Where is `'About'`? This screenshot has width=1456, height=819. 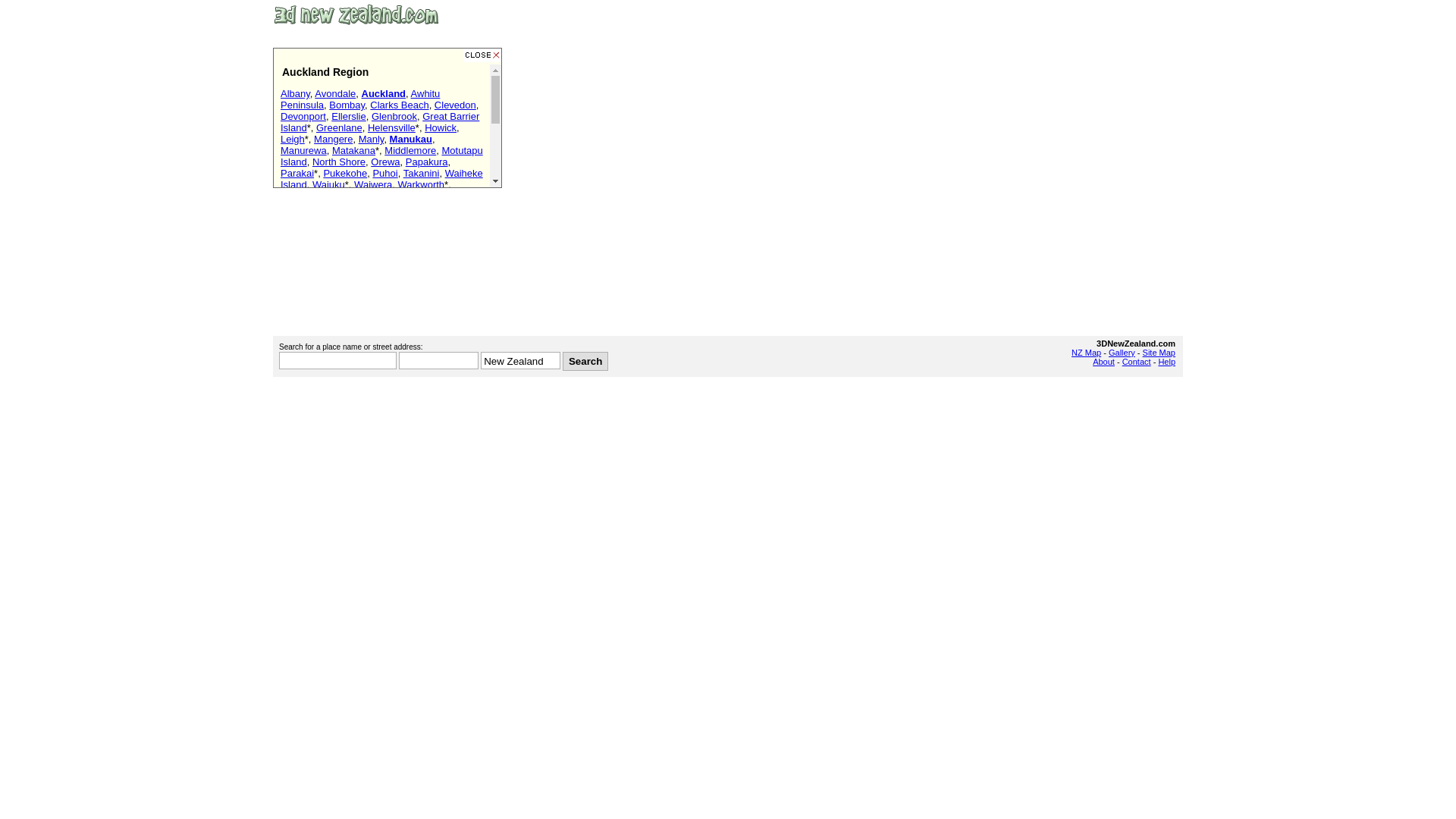 'About' is located at coordinates (1103, 362).